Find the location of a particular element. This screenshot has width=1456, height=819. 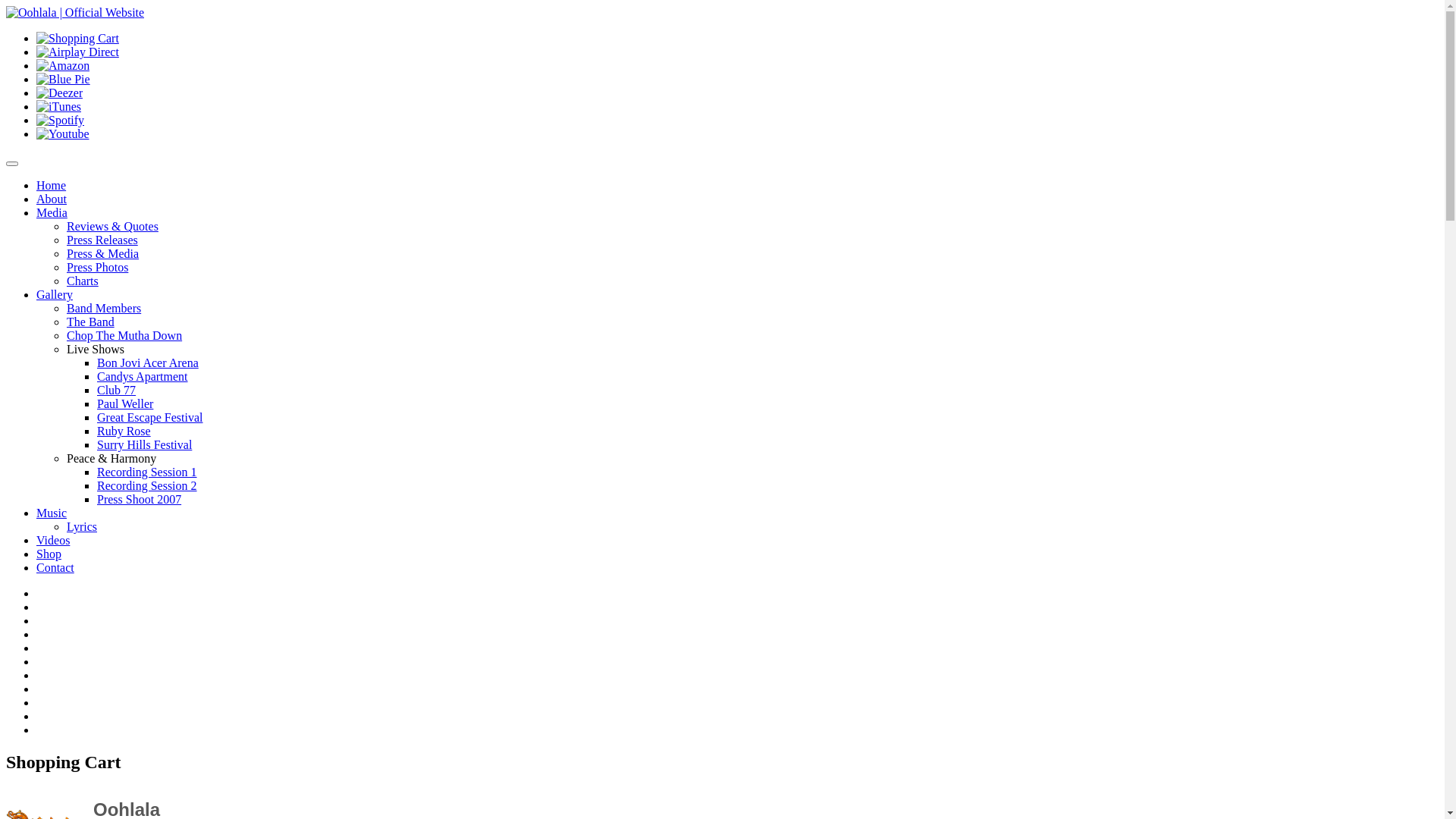

'Oohlala | Official Website' is located at coordinates (74, 12).